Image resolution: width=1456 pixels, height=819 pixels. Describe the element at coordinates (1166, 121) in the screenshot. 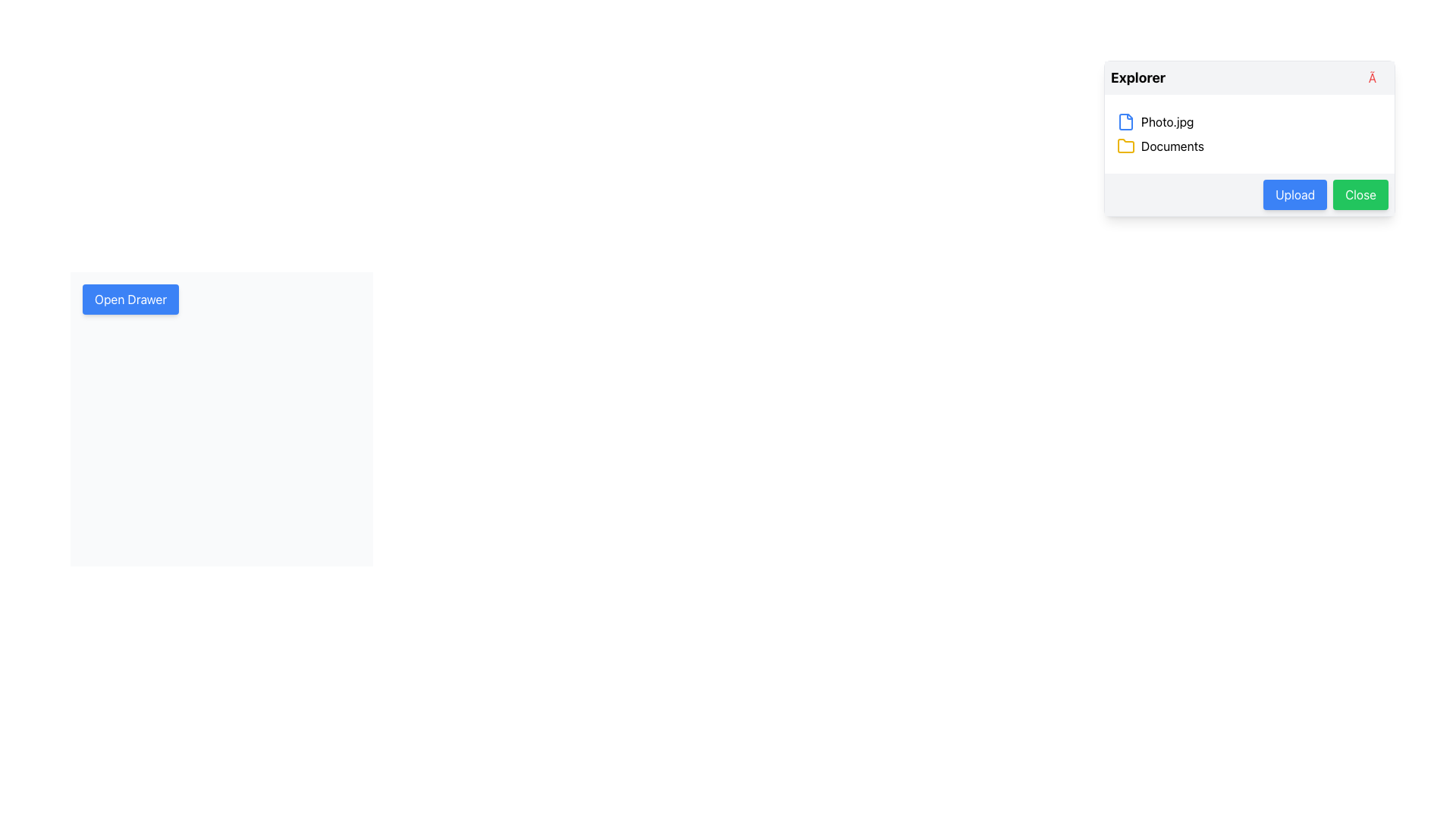

I see `the text label indicating the file named 'Photo.jpg'` at that location.